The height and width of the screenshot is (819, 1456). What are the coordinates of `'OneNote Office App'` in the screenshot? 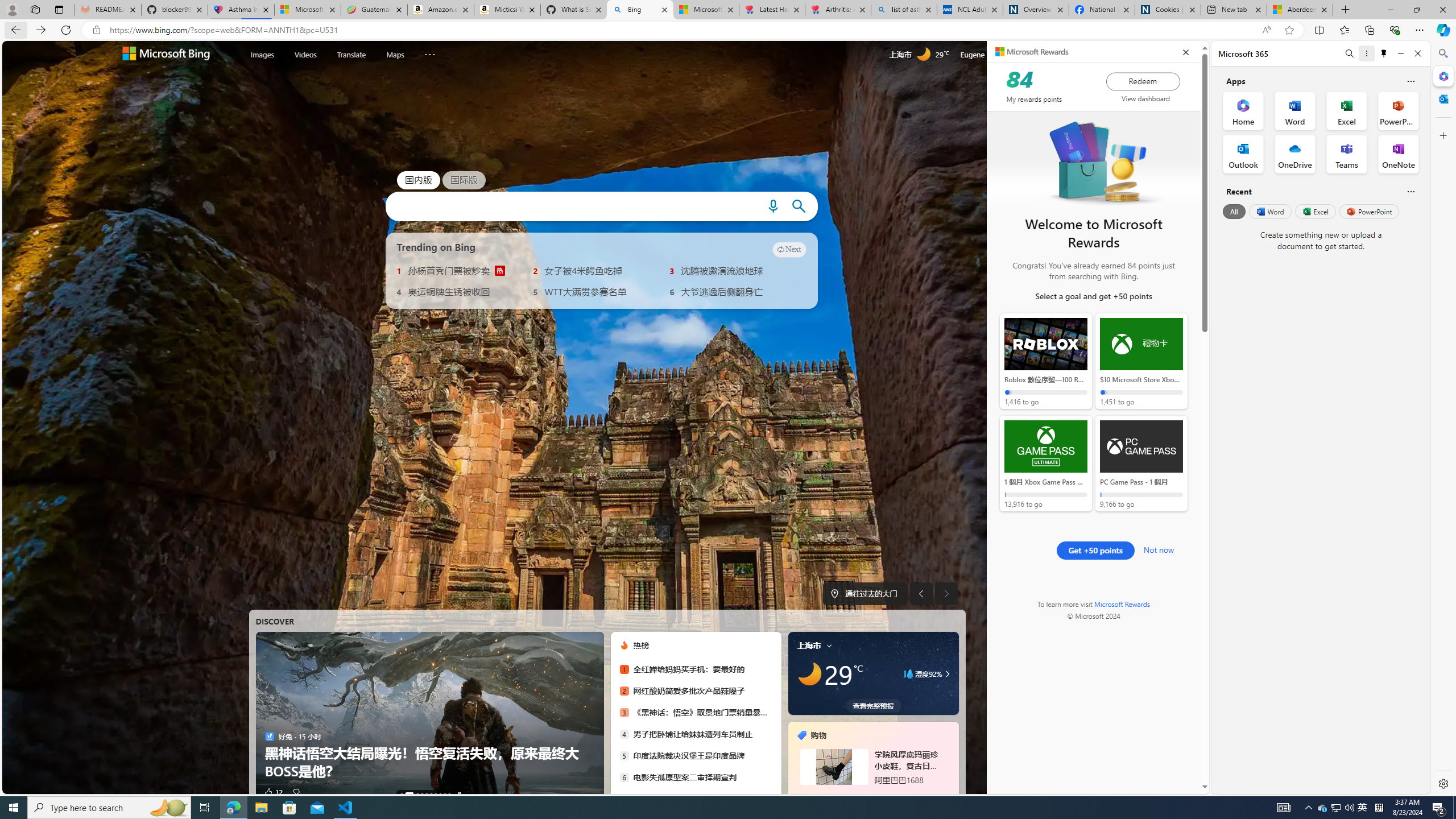 It's located at (1398, 154).